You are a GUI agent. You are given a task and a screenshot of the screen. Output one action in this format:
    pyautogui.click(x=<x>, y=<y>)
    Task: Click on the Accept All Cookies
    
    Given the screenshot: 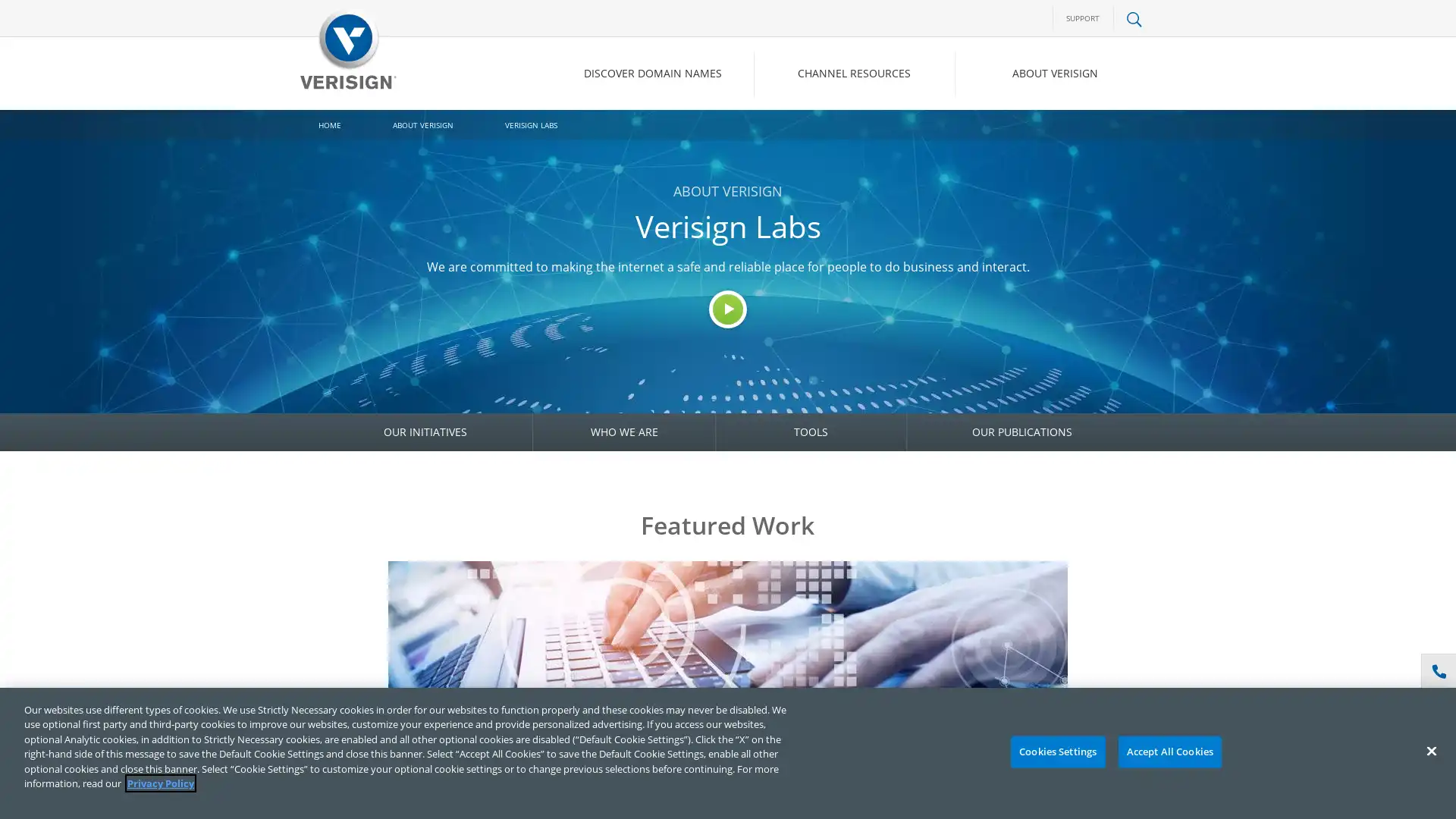 What is the action you would take?
    pyautogui.click(x=1169, y=752)
    